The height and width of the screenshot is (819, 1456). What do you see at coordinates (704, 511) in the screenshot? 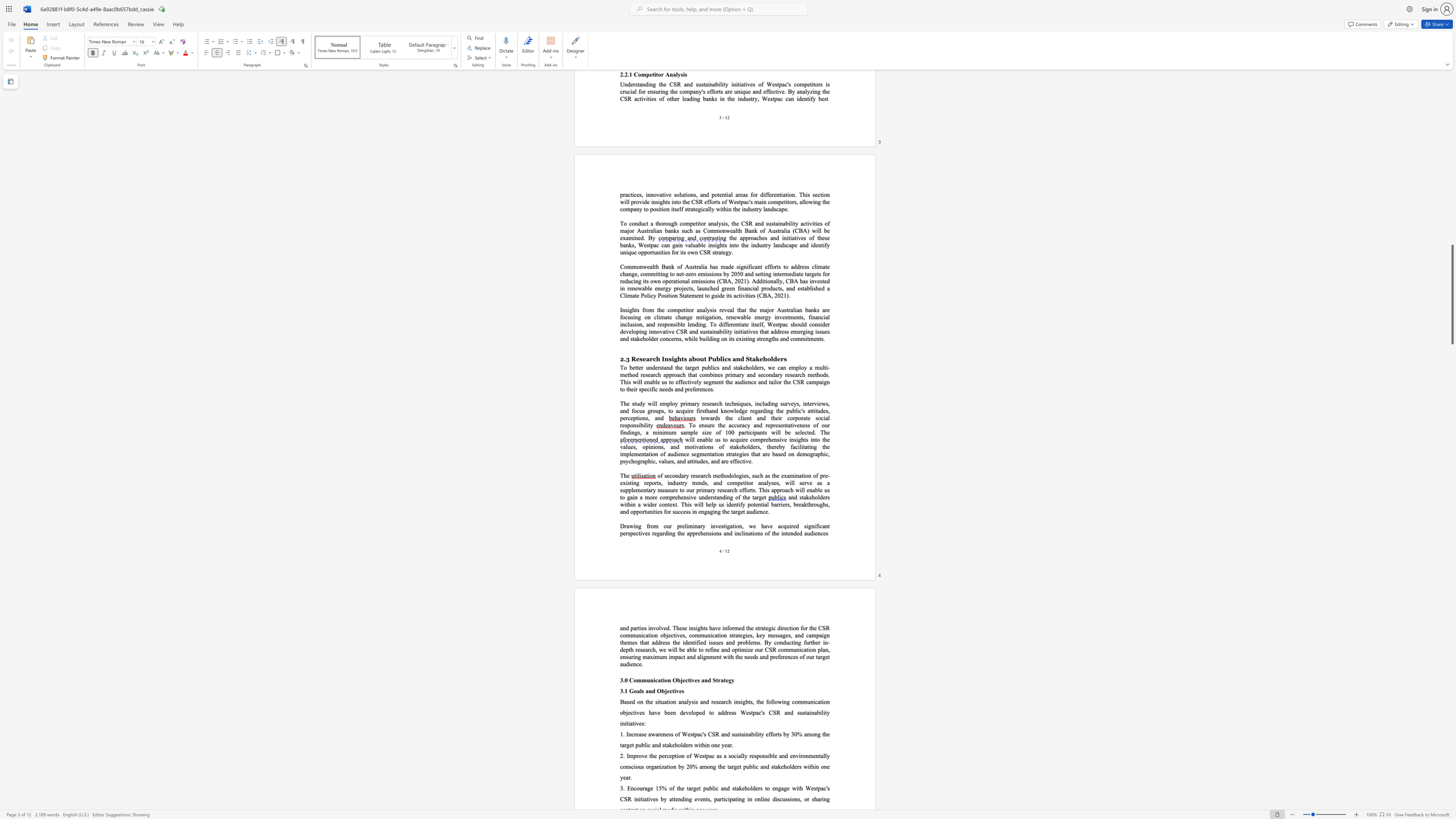
I see `the subset text "gaging t" within the text "potential barriers, breakthroughs, and opportunities for success in engaging the target audience."` at bounding box center [704, 511].